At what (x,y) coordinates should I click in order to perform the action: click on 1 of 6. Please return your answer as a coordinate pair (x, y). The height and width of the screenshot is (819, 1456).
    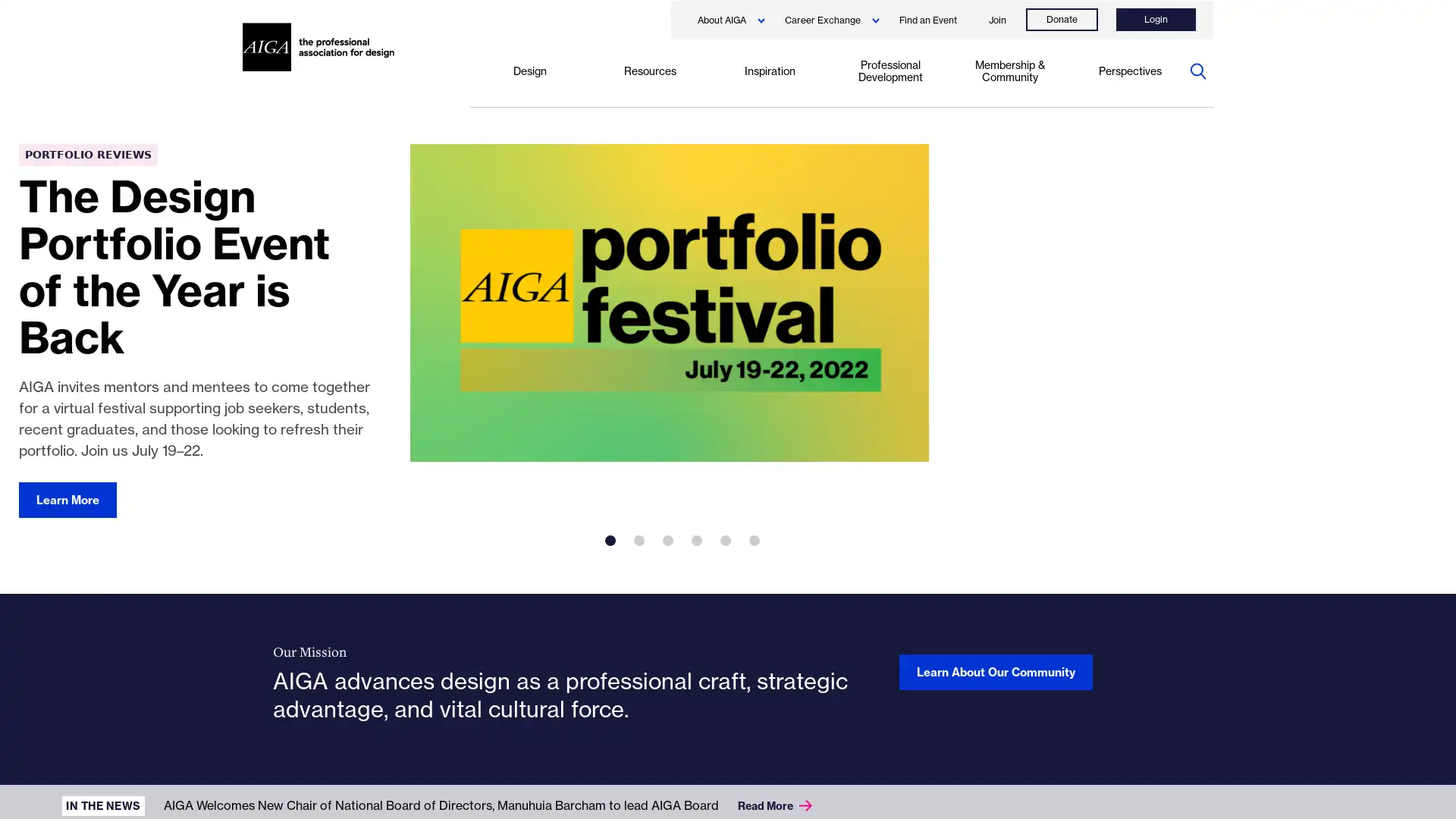
    Looking at the image, I should click on (610, 540).